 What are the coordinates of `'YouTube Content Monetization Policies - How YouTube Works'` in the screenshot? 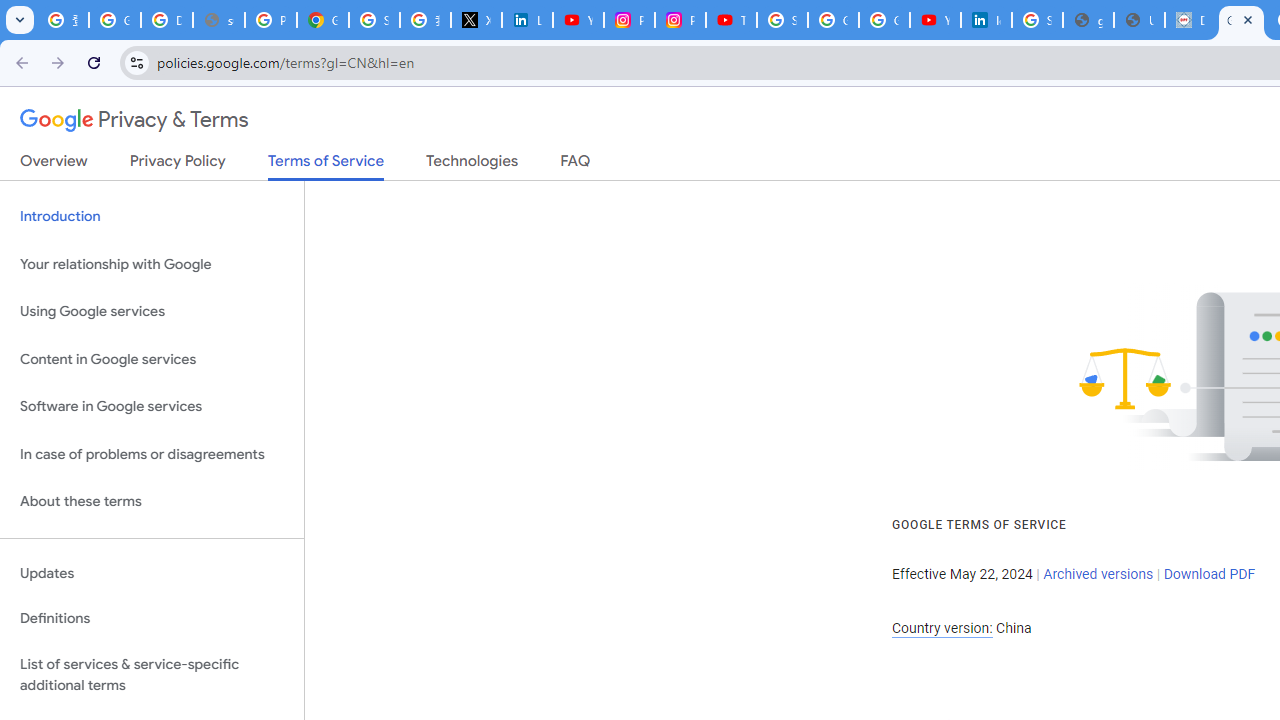 It's located at (577, 20).